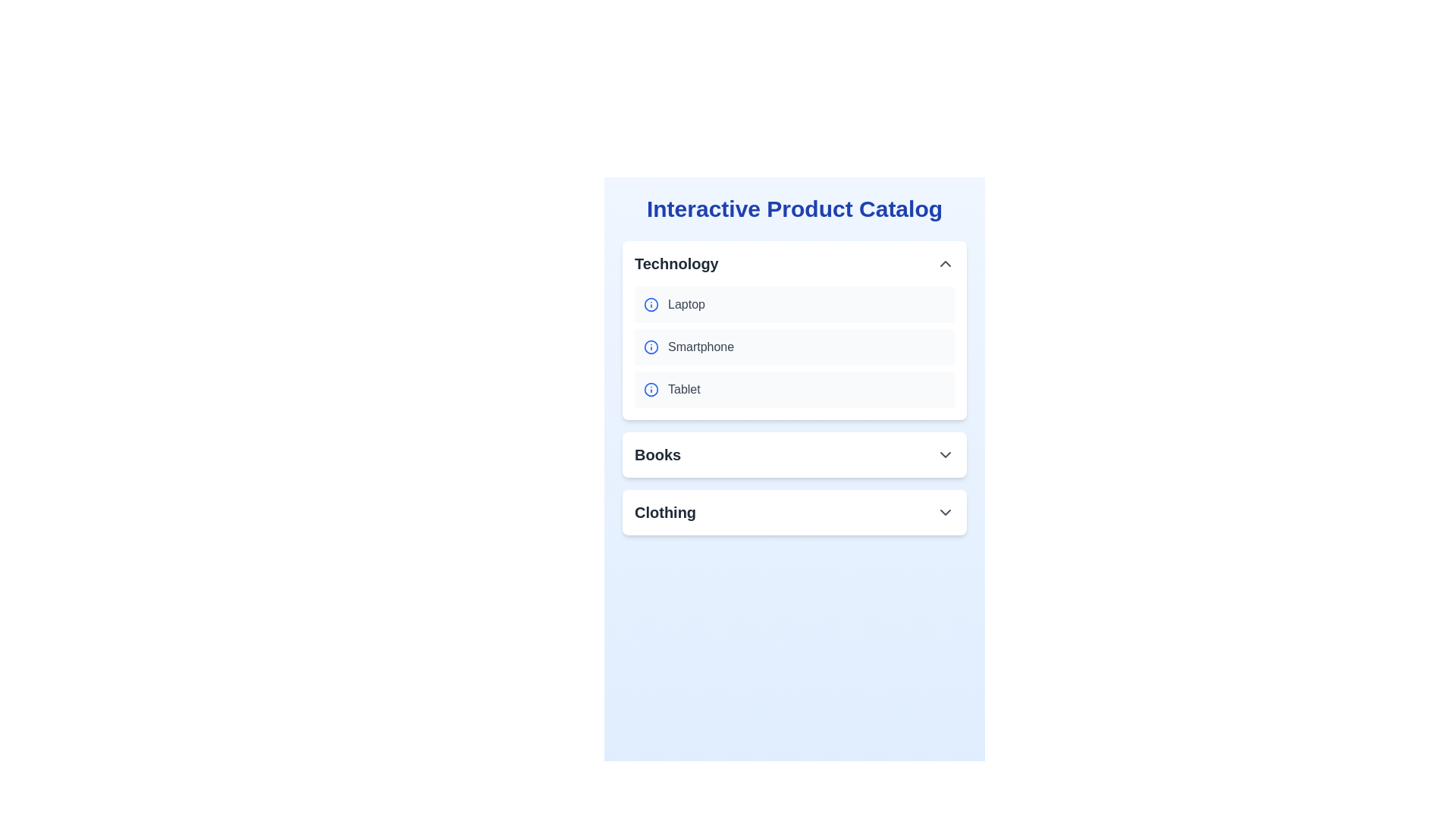 The height and width of the screenshot is (819, 1456). What do you see at coordinates (686, 304) in the screenshot?
I see `static text label 'Laptop' which is the first item in the 'Technology' category list, styled in a clean sans-serif font with a black color on a light gray background` at bounding box center [686, 304].